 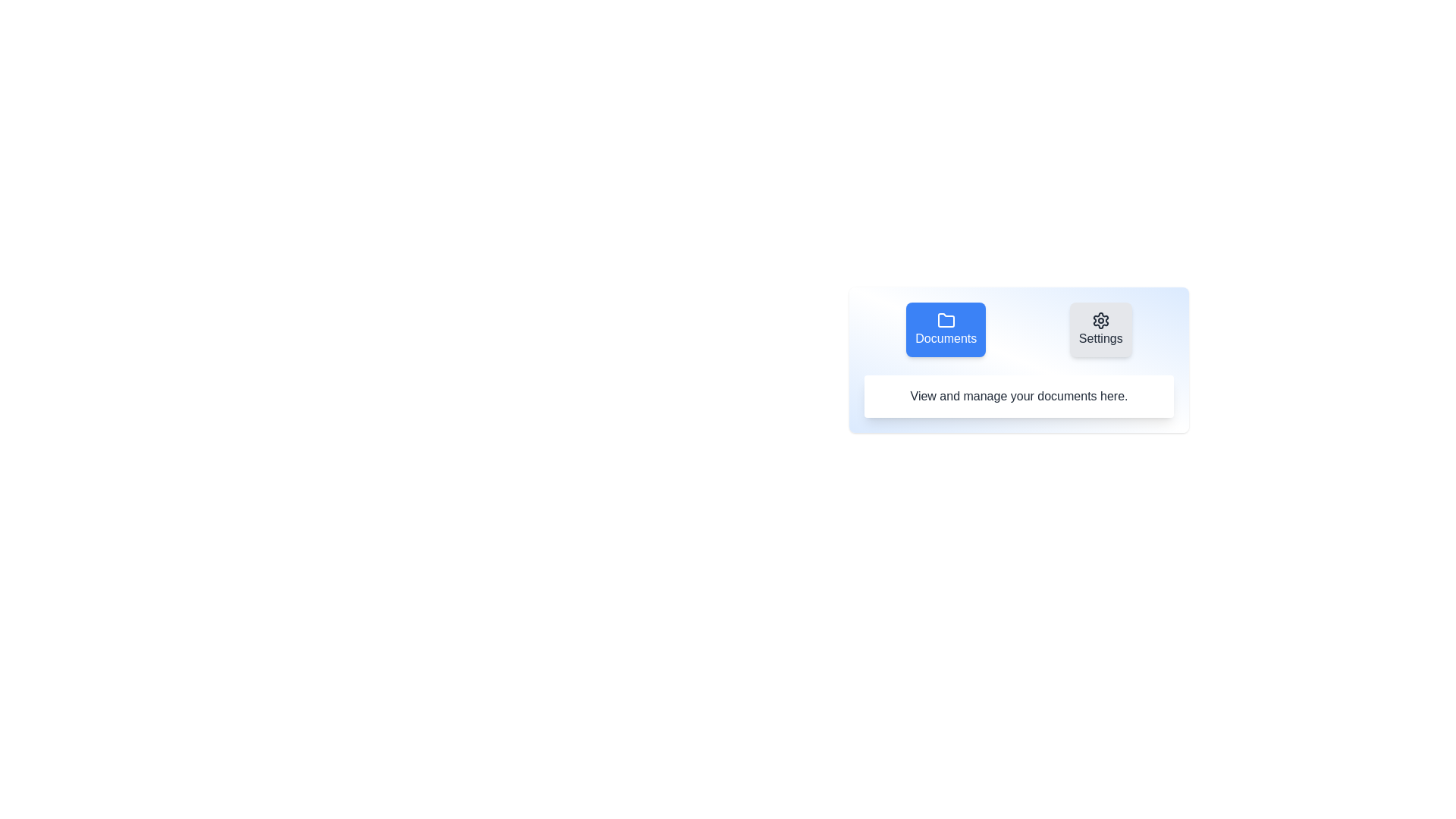 I want to click on the tab labeled Documents, so click(x=945, y=329).